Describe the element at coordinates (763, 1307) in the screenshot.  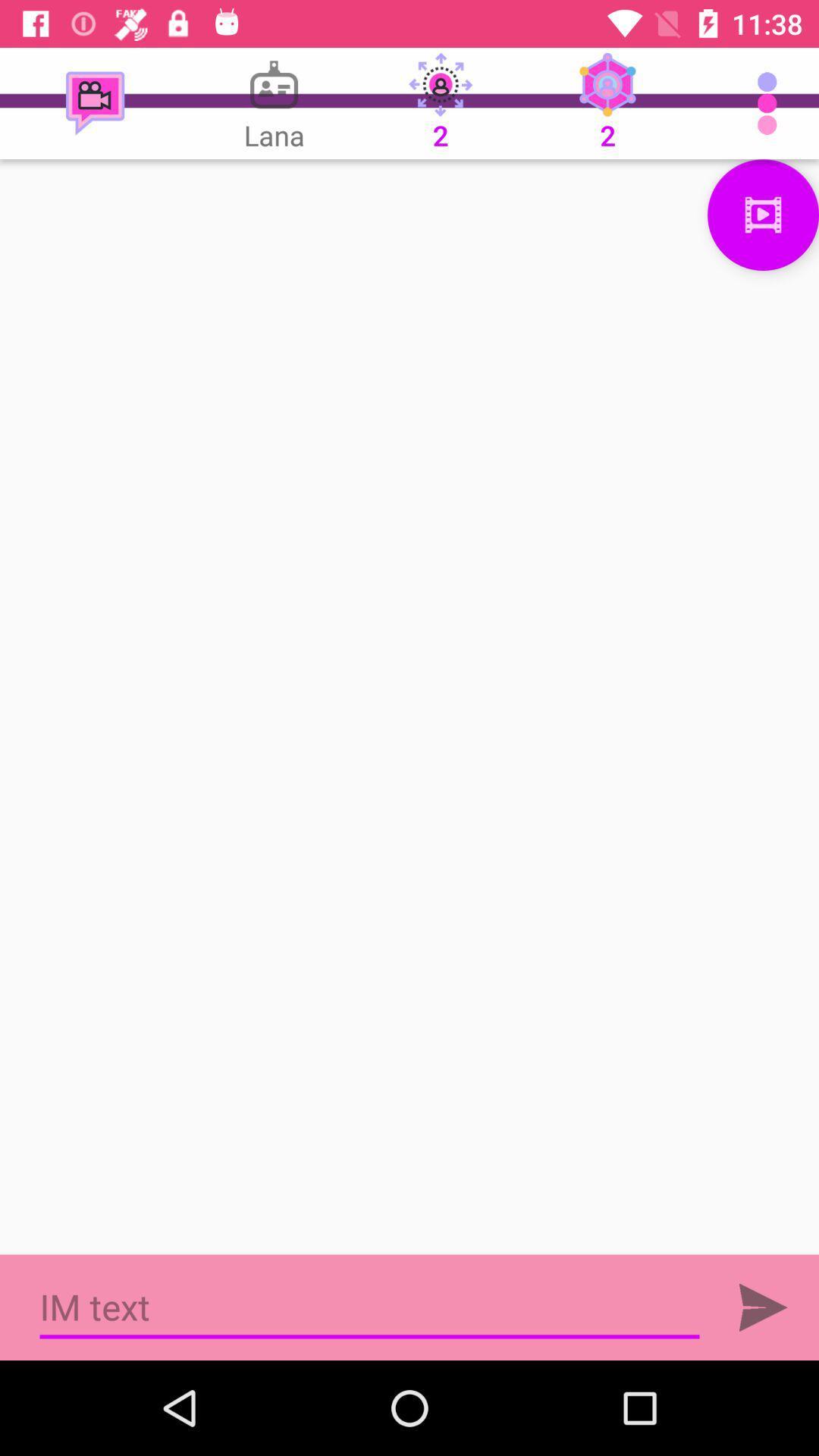
I see `play` at that location.